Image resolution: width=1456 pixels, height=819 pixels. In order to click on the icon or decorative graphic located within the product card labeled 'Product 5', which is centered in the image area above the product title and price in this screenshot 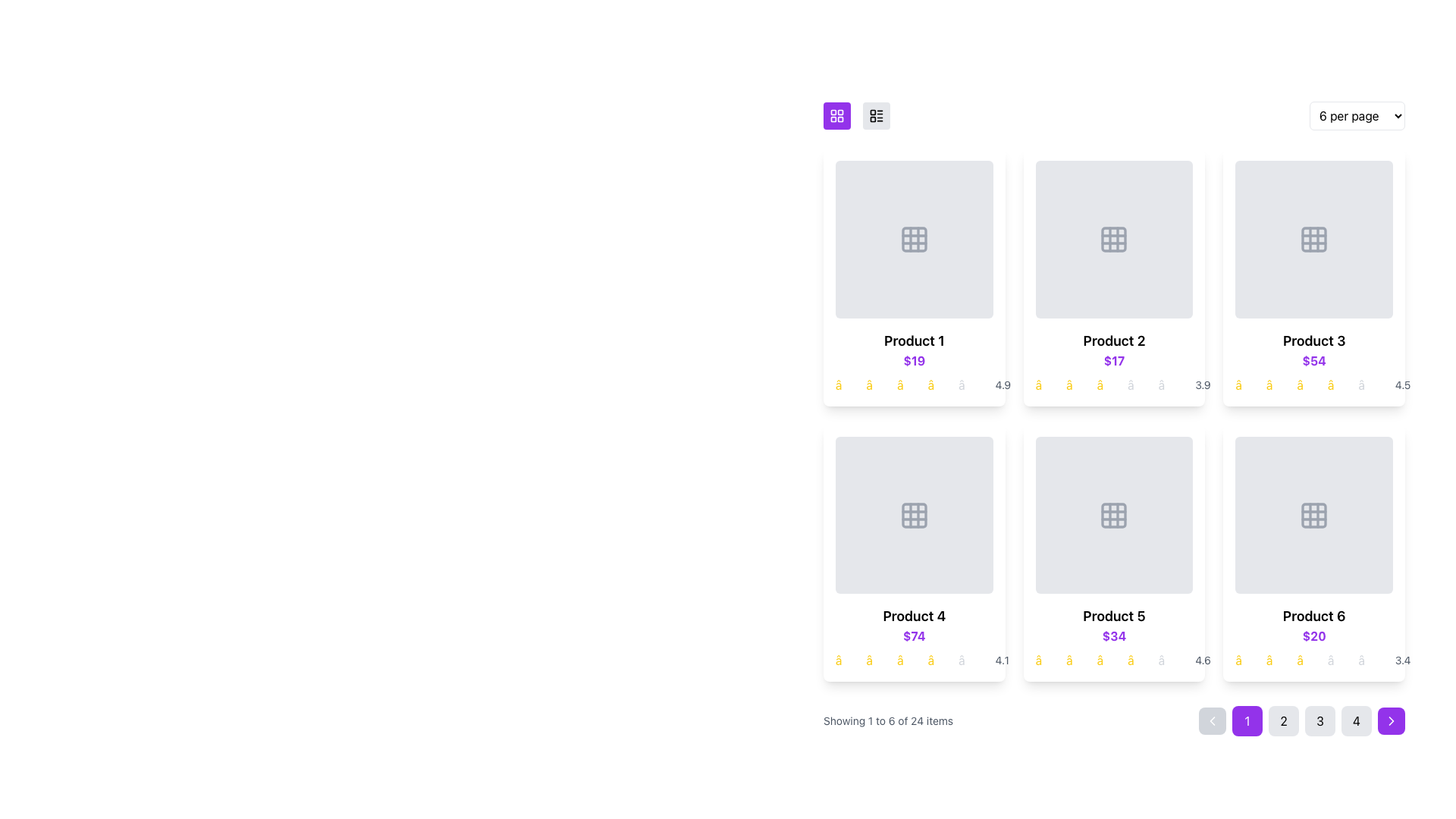, I will do `click(1114, 514)`.